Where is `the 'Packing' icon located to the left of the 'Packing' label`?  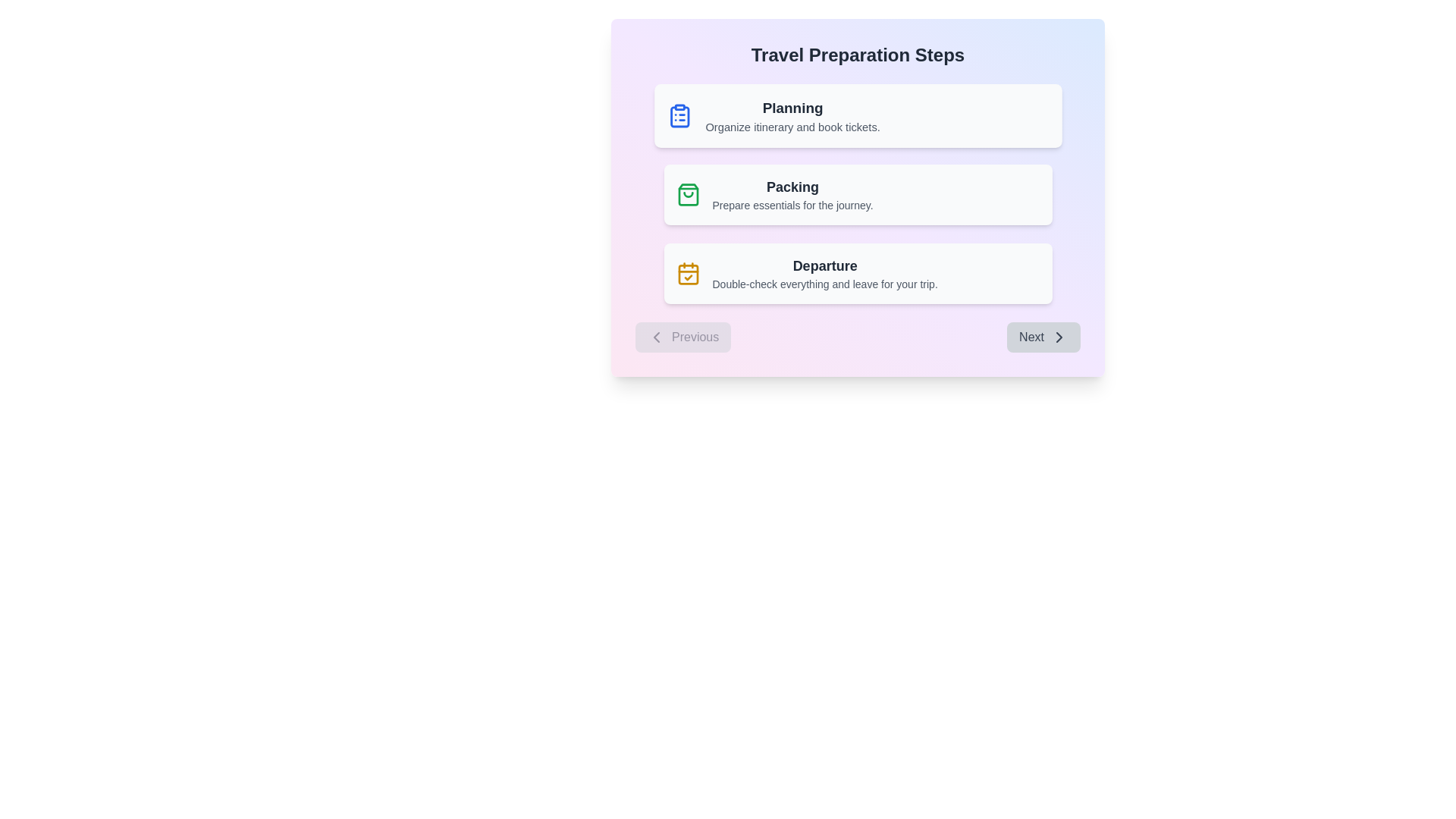
the 'Packing' icon located to the left of the 'Packing' label is located at coordinates (687, 194).